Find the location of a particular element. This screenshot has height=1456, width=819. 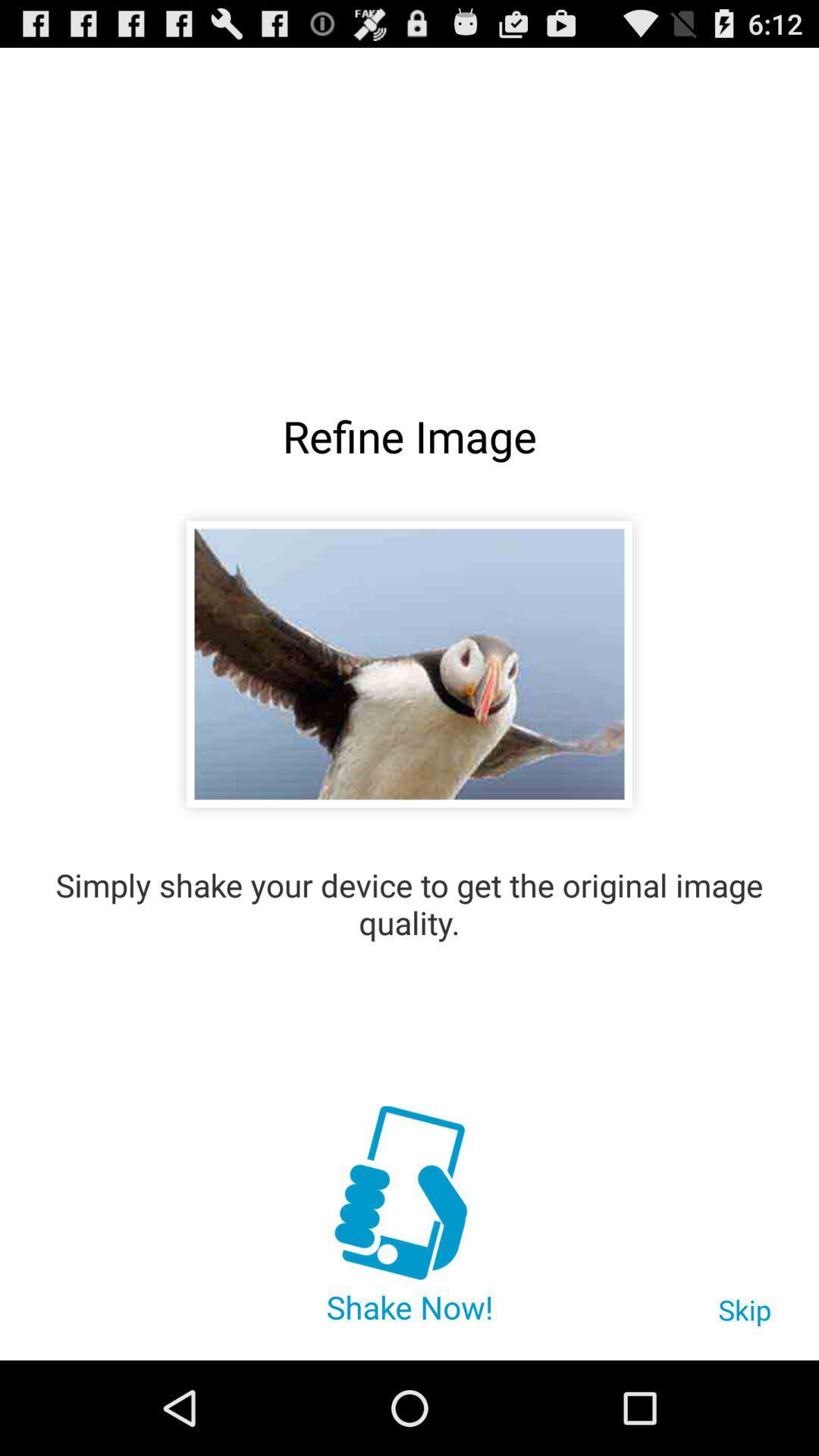

icon next to skip icon is located at coordinates (408, 1194).